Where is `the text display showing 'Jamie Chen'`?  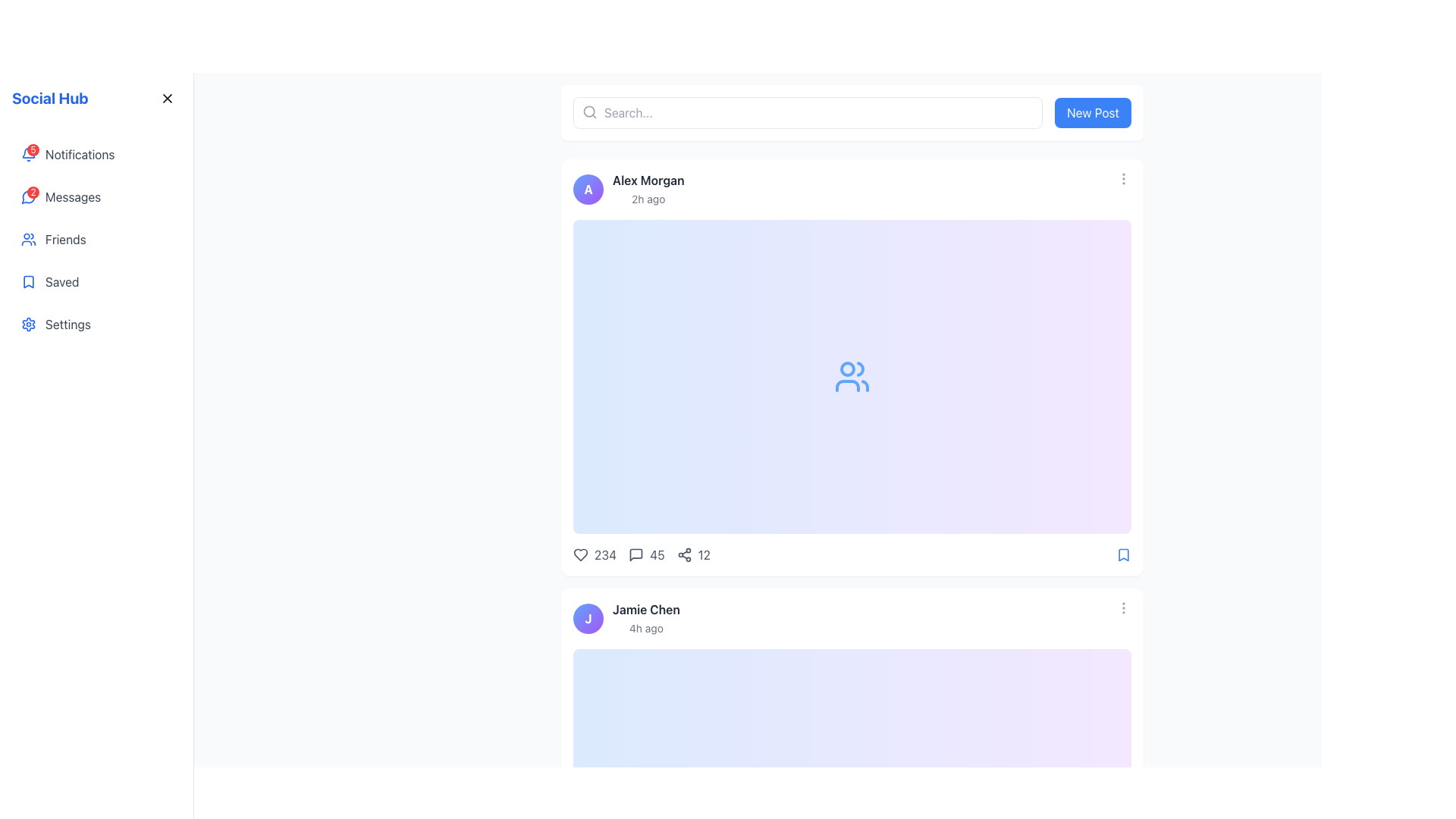 the text display showing 'Jamie Chen' is located at coordinates (645, 619).